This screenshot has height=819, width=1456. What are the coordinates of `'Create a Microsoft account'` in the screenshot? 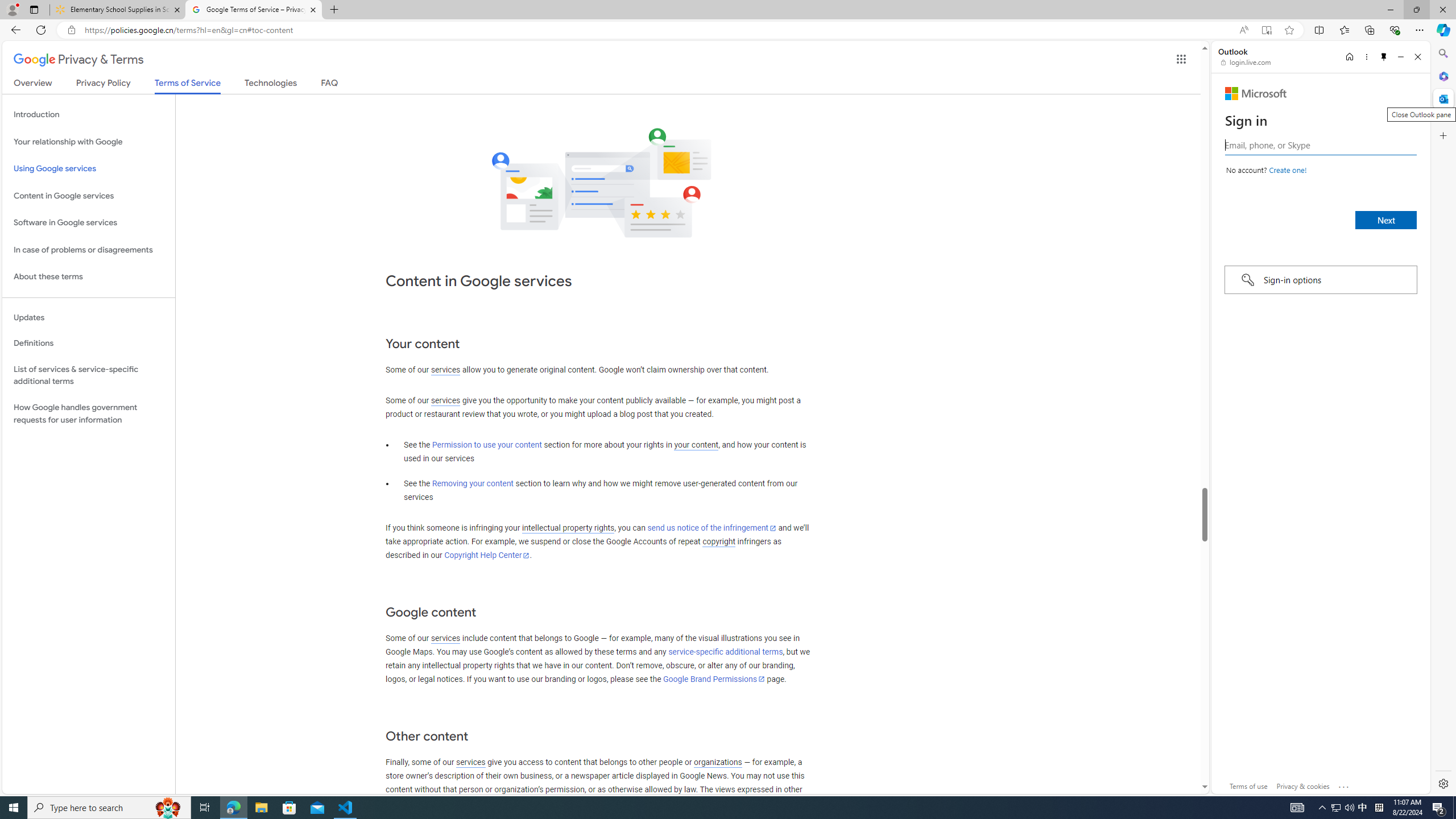 It's located at (1287, 169).